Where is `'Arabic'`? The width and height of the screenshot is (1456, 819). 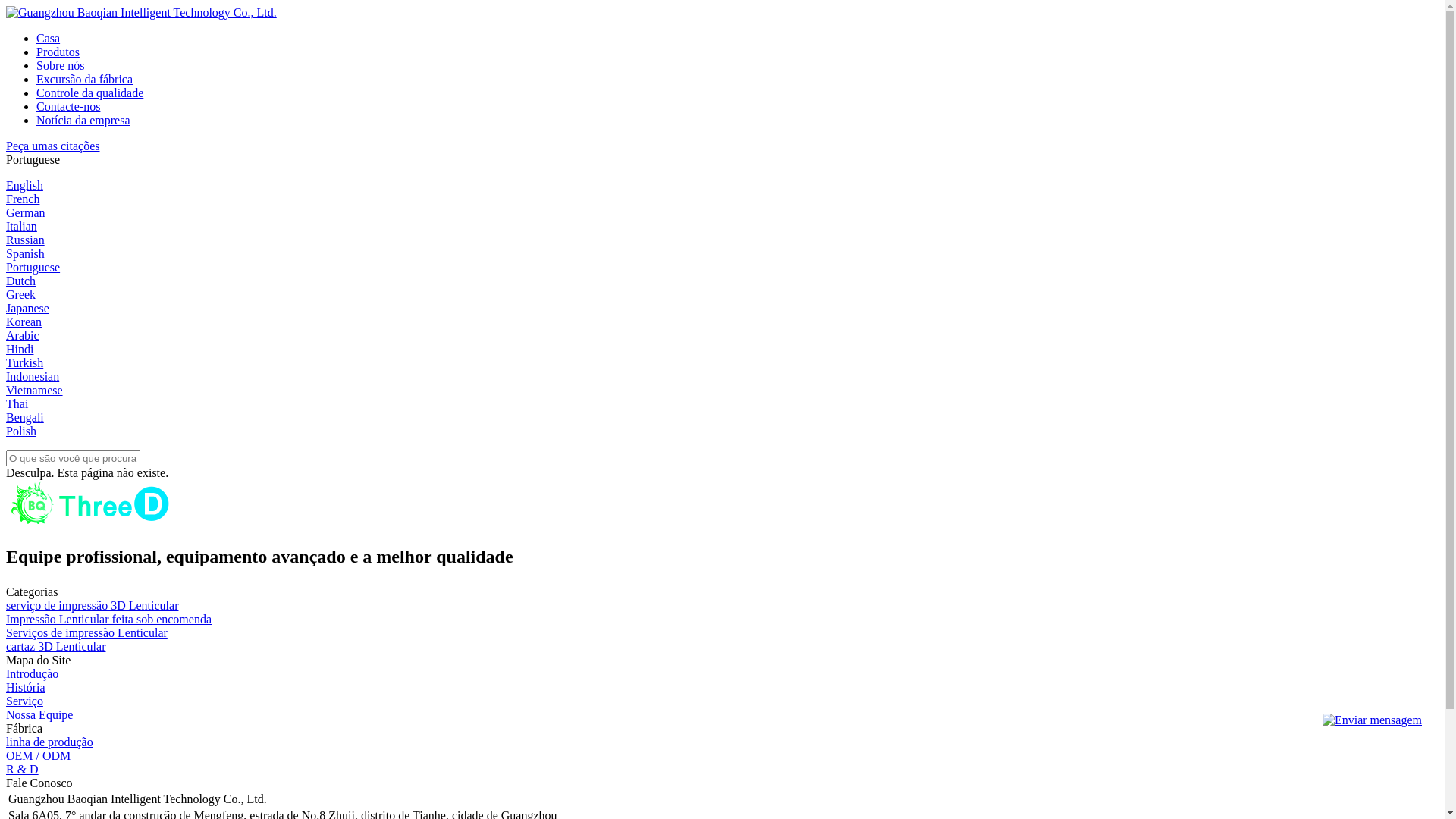
'Arabic' is located at coordinates (22, 334).